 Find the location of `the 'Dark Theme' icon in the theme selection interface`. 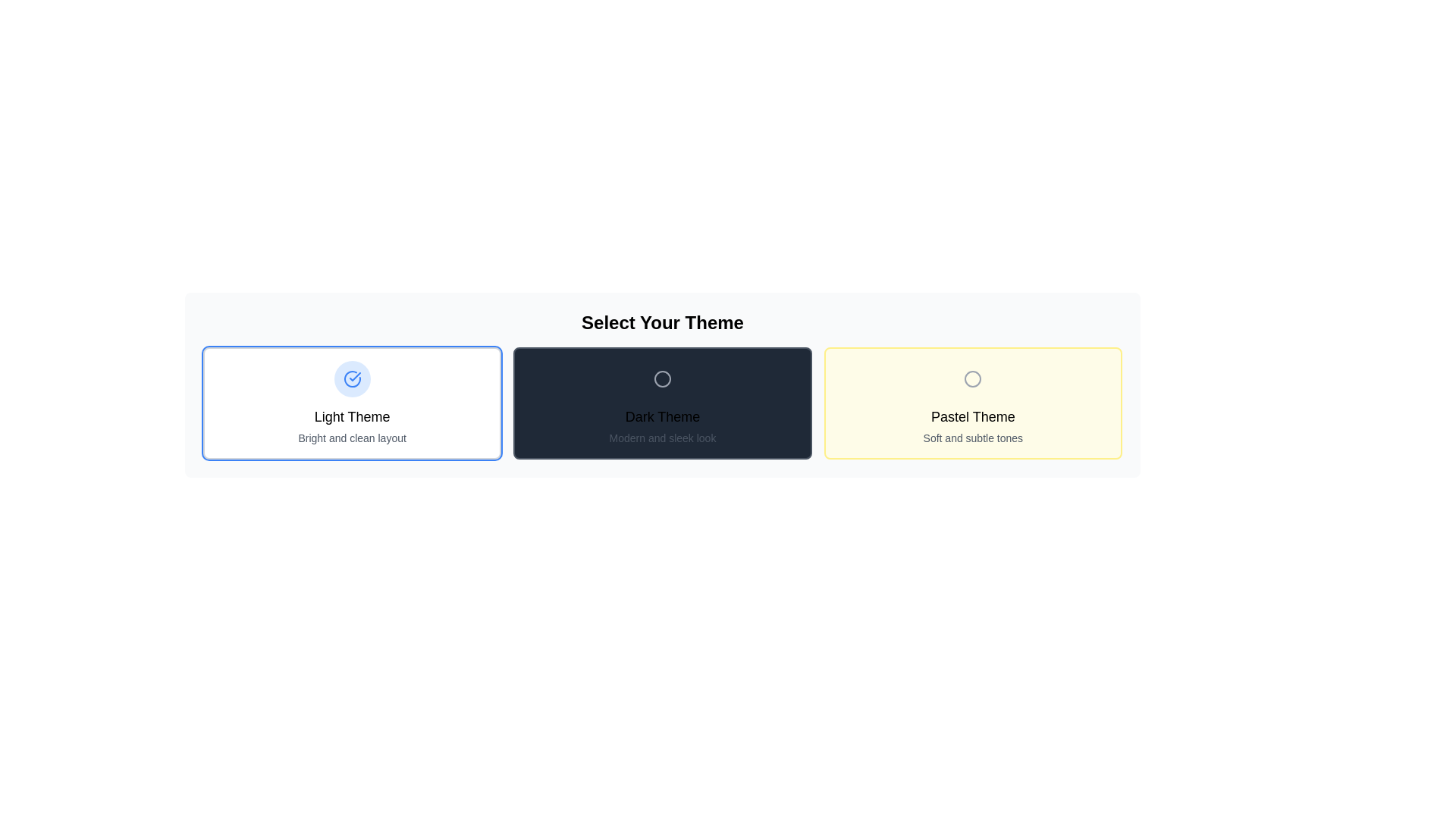

the 'Dark Theme' icon in the theme selection interface is located at coordinates (662, 378).